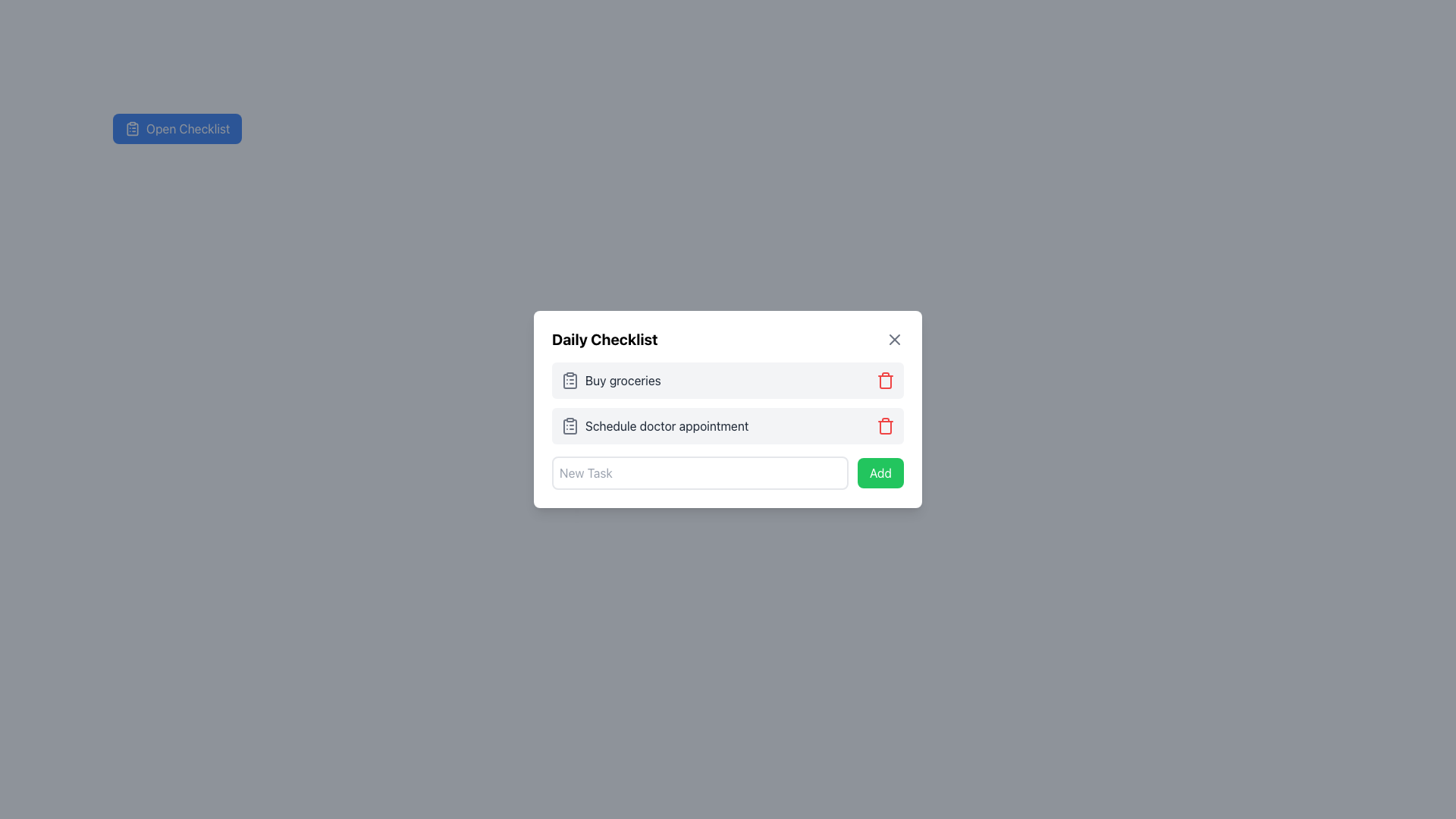 The height and width of the screenshot is (819, 1456). I want to click on the icon associated with the checklist item labeled 'Buy groceries' in the 'Daily Checklist' panel, so click(570, 379).